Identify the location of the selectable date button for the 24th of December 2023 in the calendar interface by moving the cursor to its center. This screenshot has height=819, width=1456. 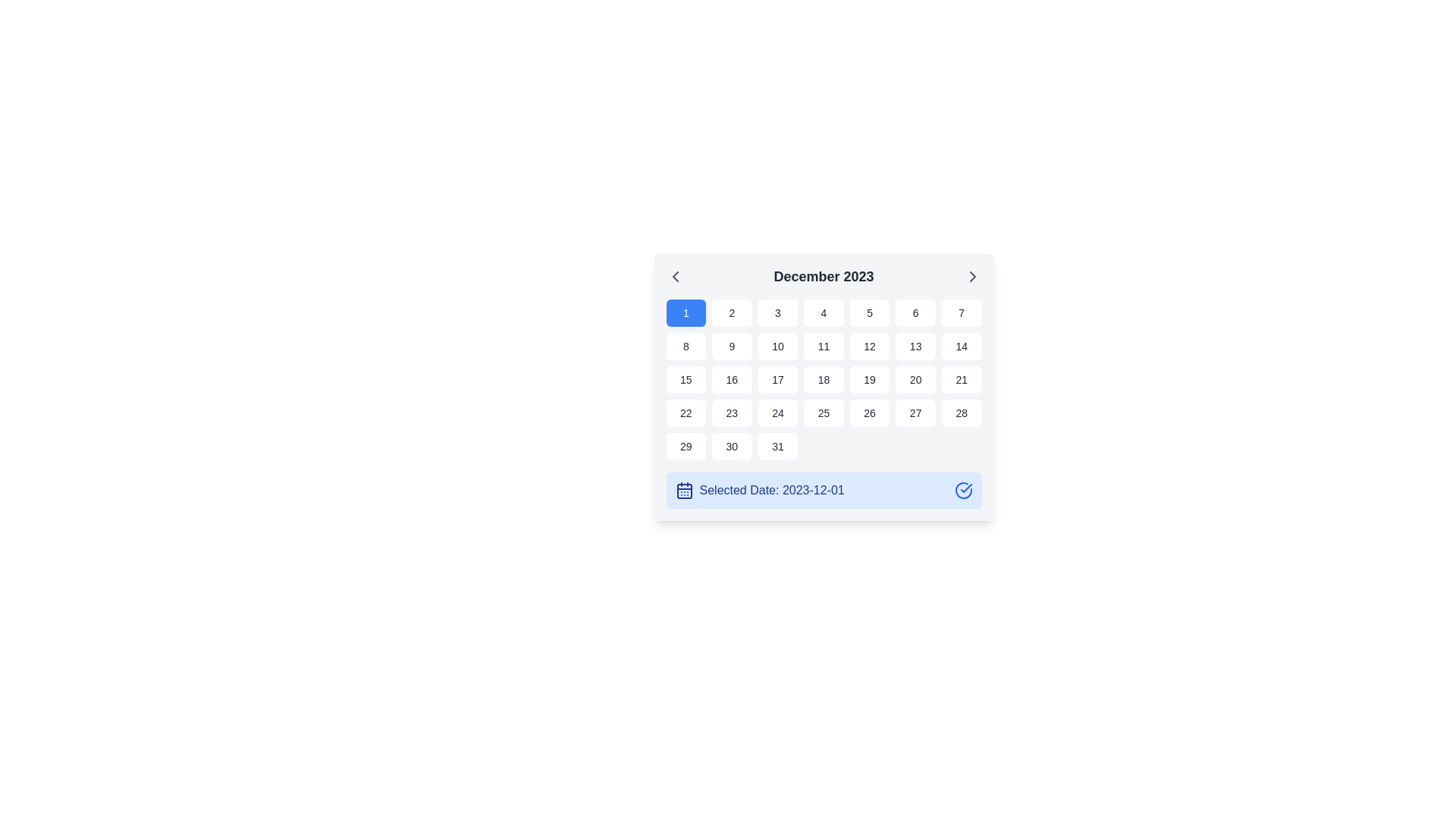
(777, 413).